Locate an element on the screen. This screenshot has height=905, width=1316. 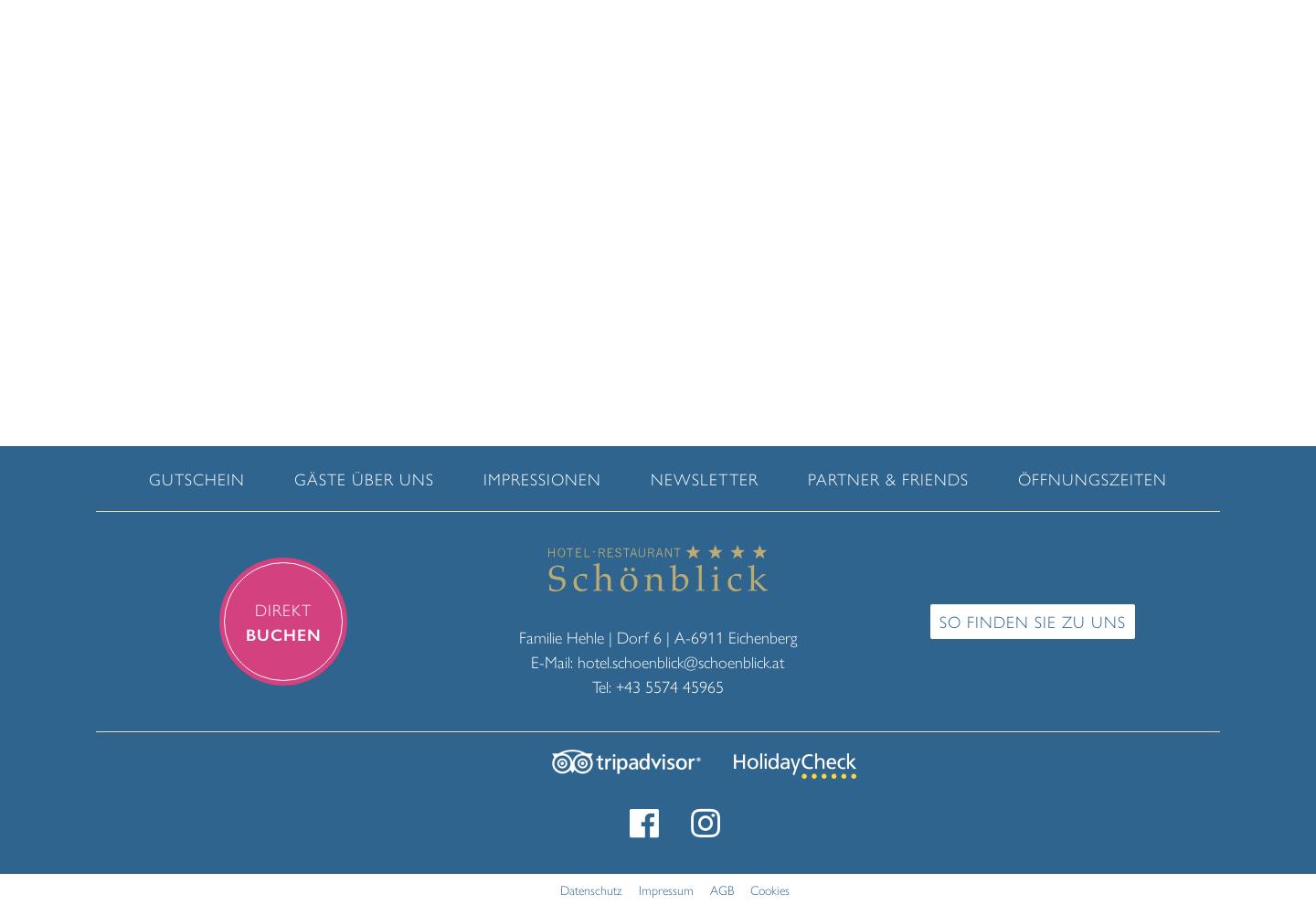
'+43 5574 45965' is located at coordinates (667, 685).